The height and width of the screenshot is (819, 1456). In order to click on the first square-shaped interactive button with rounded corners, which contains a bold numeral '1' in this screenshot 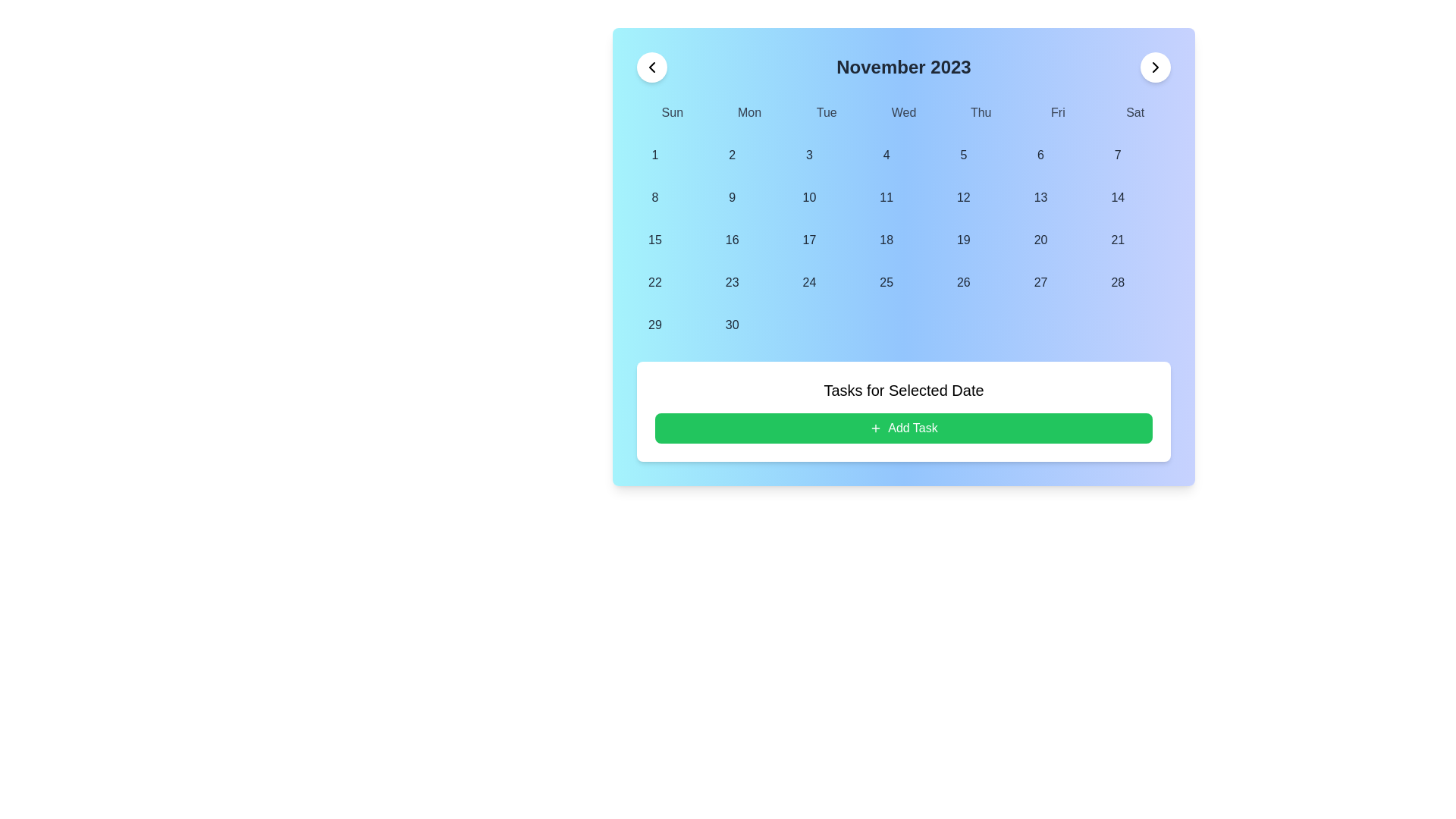, I will do `click(655, 155)`.